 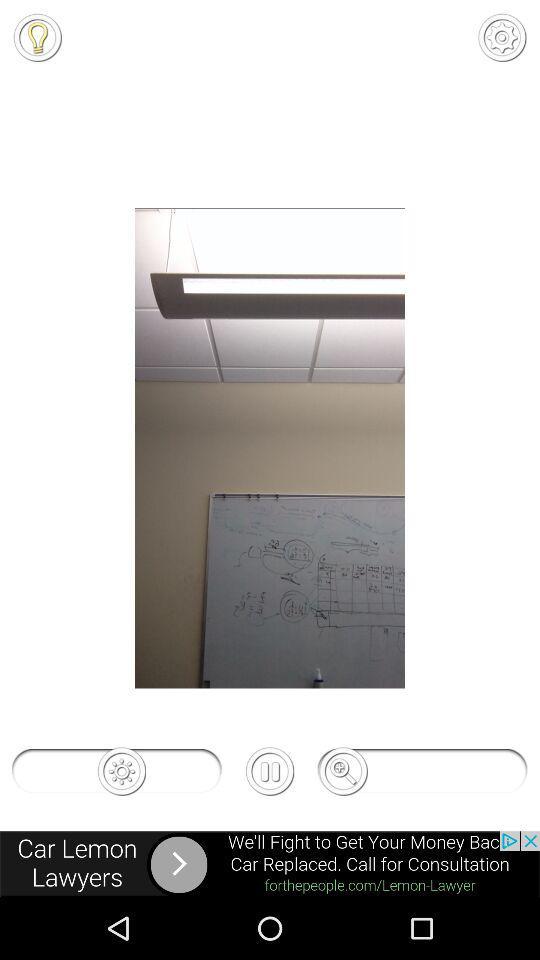 What do you see at coordinates (270, 863) in the screenshot?
I see `open advertisement` at bounding box center [270, 863].